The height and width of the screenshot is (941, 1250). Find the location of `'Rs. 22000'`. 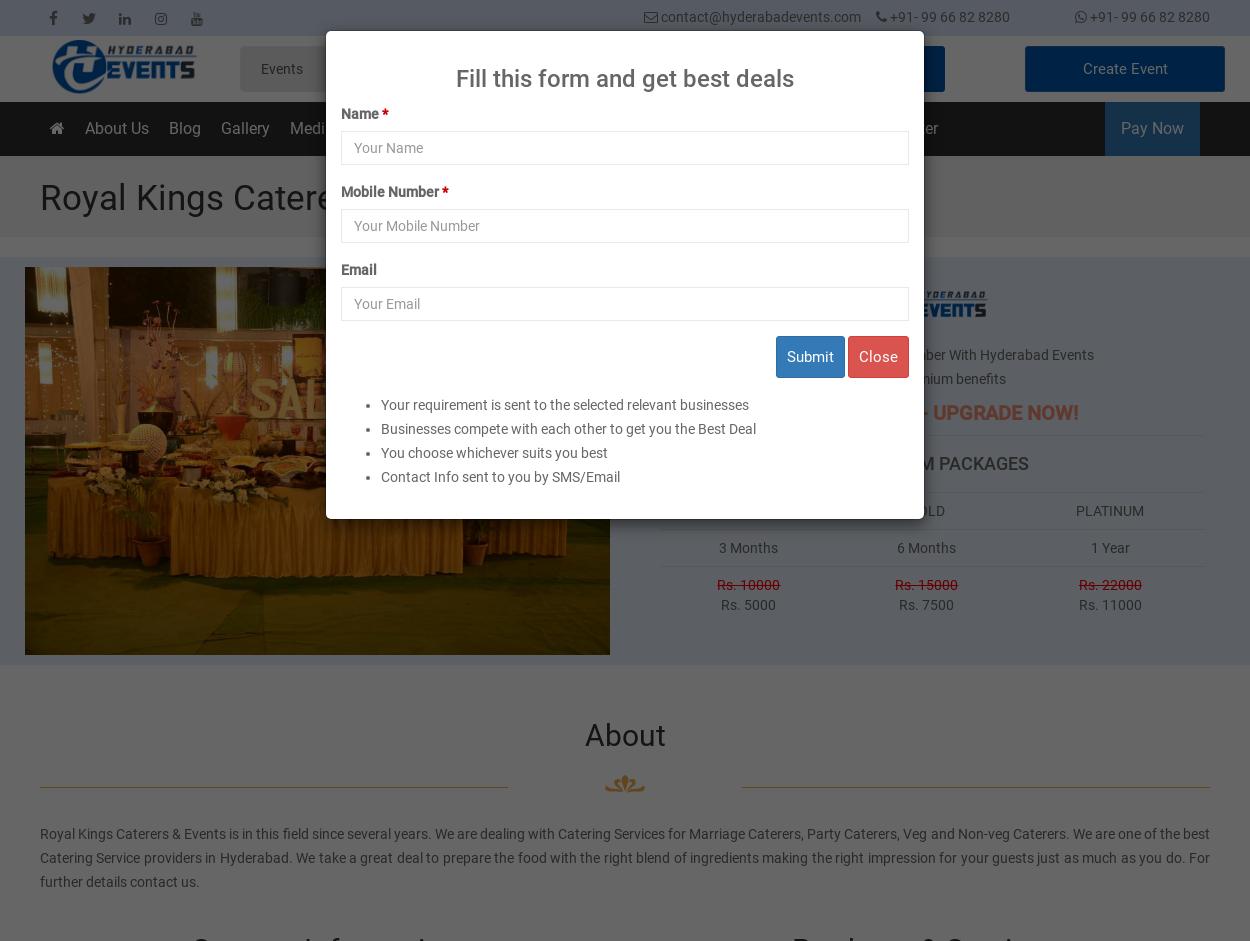

'Rs. 22000' is located at coordinates (1108, 582).